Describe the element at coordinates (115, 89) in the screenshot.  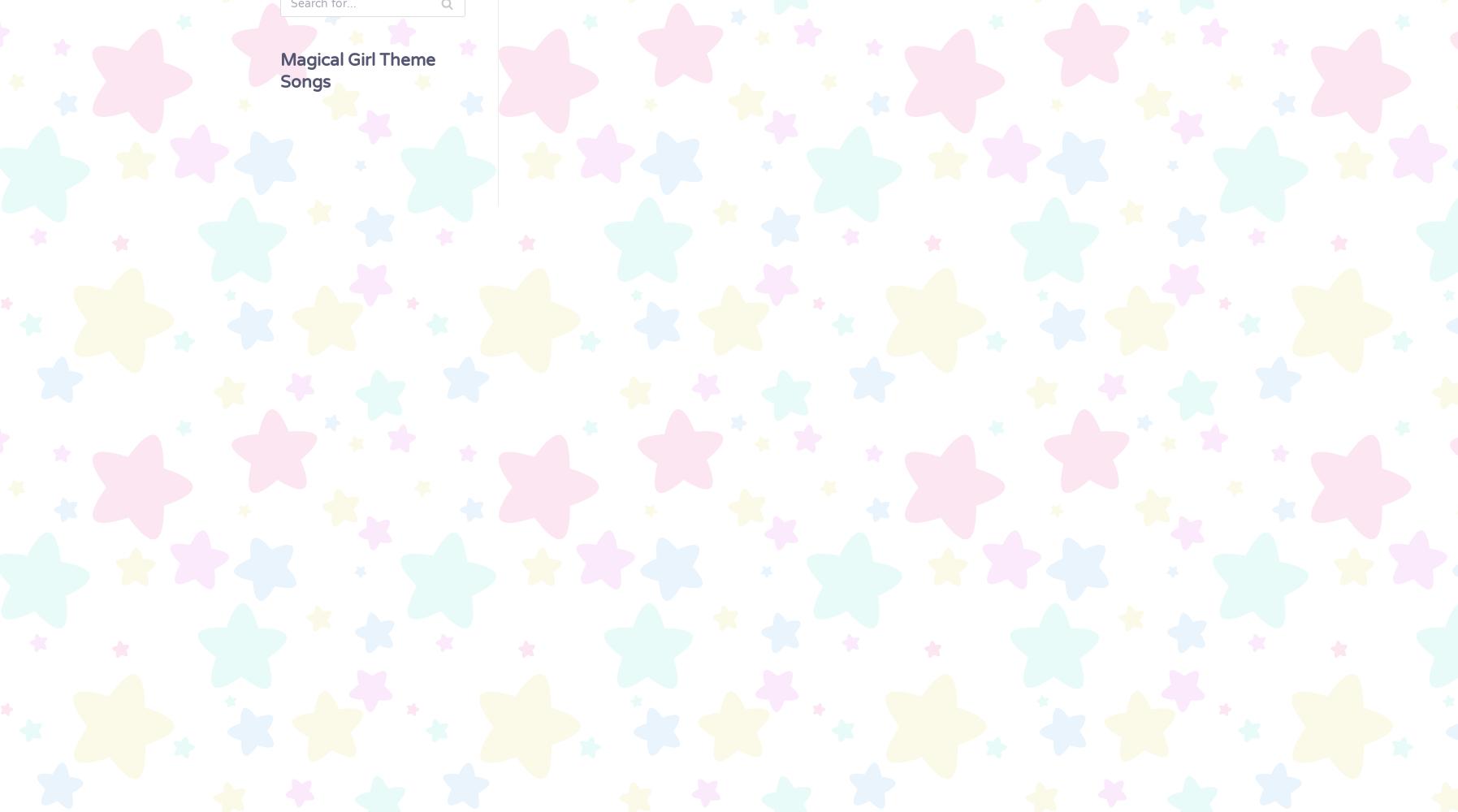
I see `'Mahou no Tenshi Creamy Mami'` at that location.